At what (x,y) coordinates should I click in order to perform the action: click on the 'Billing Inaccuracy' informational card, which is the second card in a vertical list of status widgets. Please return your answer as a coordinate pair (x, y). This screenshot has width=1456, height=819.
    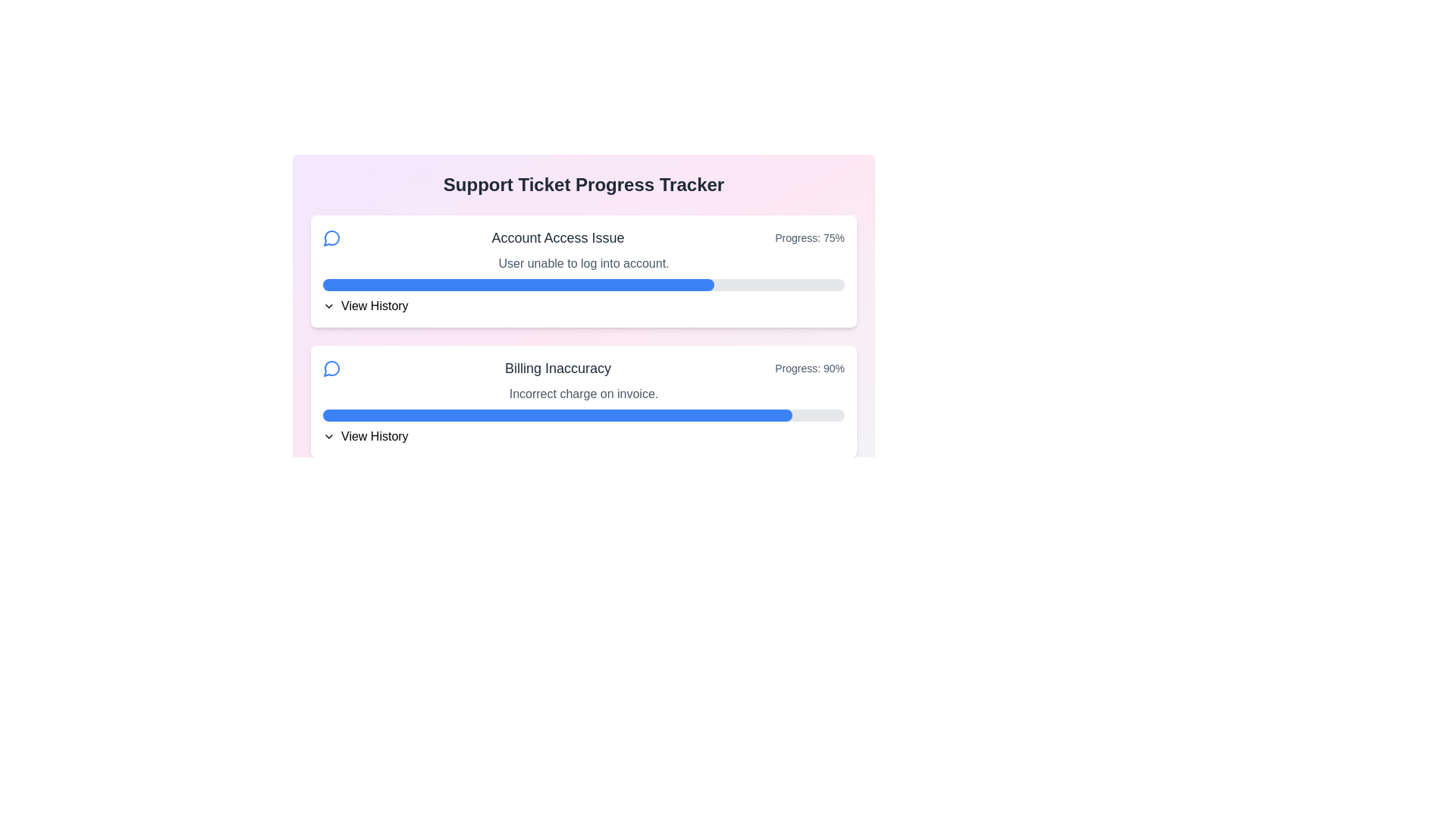
    Looking at the image, I should click on (582, 400).